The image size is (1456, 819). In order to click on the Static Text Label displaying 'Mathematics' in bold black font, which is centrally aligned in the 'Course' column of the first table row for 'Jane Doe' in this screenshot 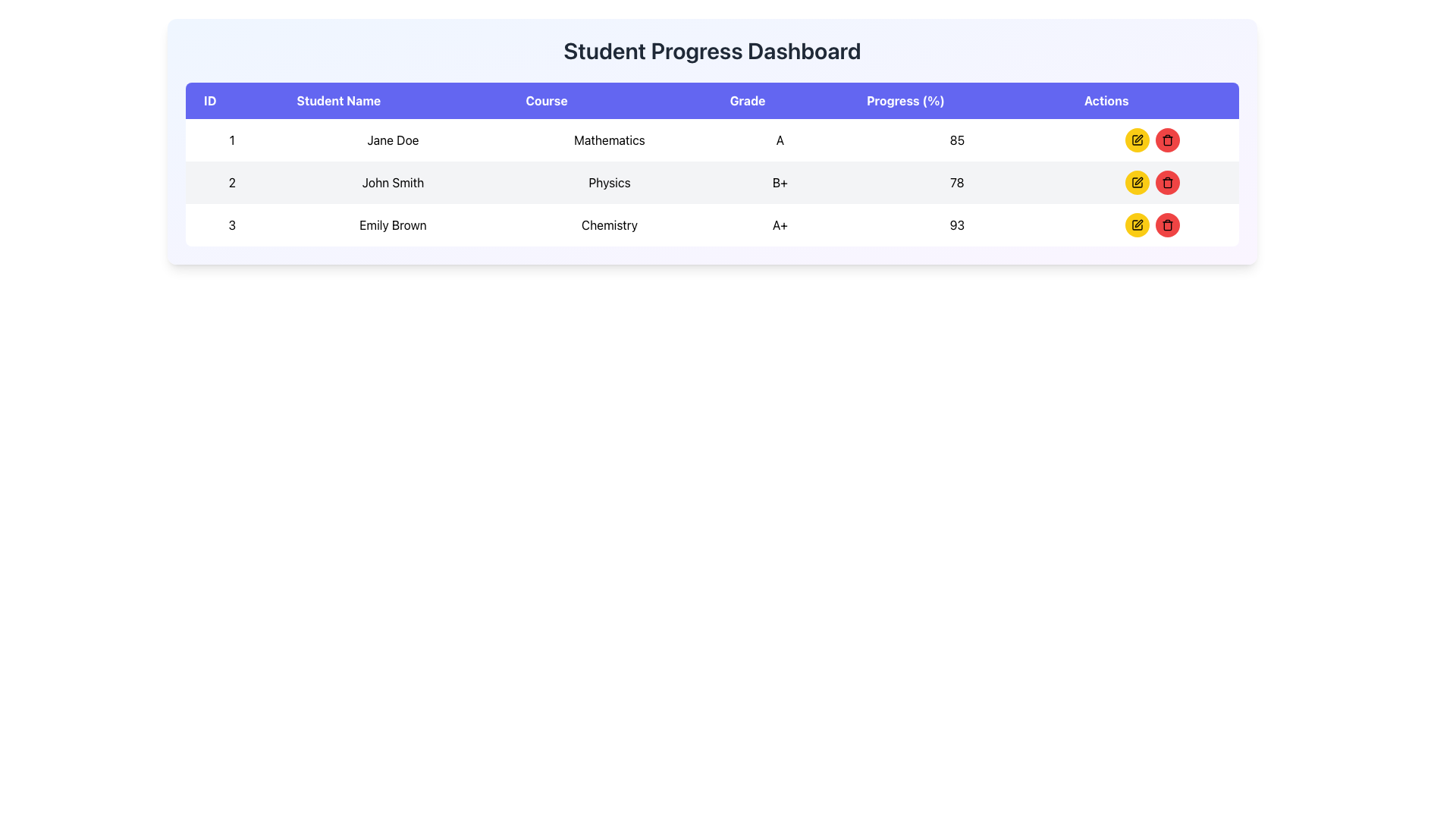, I will do `click(610, 140)`.